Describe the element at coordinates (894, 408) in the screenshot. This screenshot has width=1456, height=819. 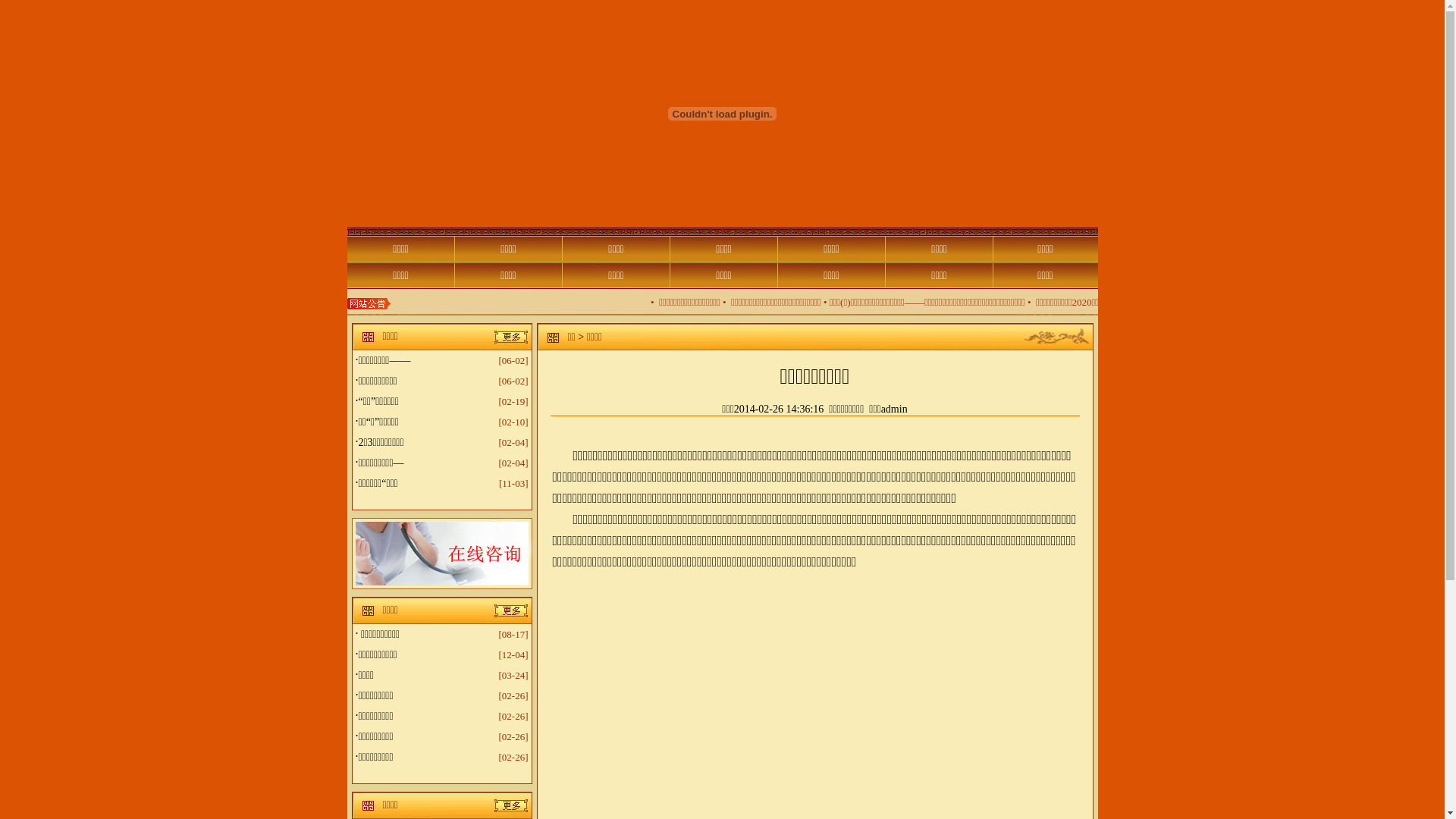
I see `'admin'` at that location.